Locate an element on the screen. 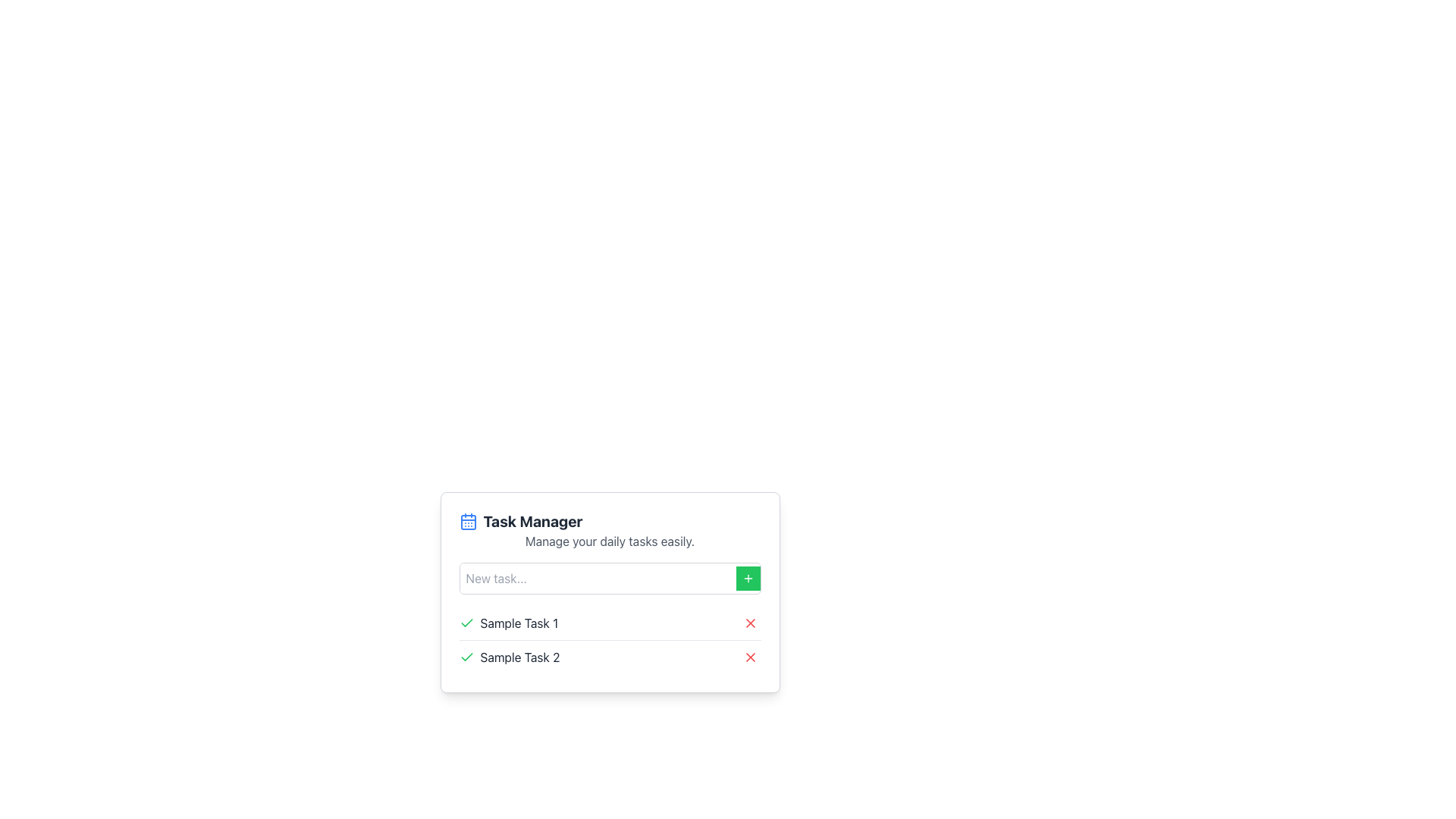  the red circular button with a white 'X' icon, which is located to the far-right of the 'Sample Task 1' in the task list under the 'Task Manager' section is located at coordinates (750, 623).